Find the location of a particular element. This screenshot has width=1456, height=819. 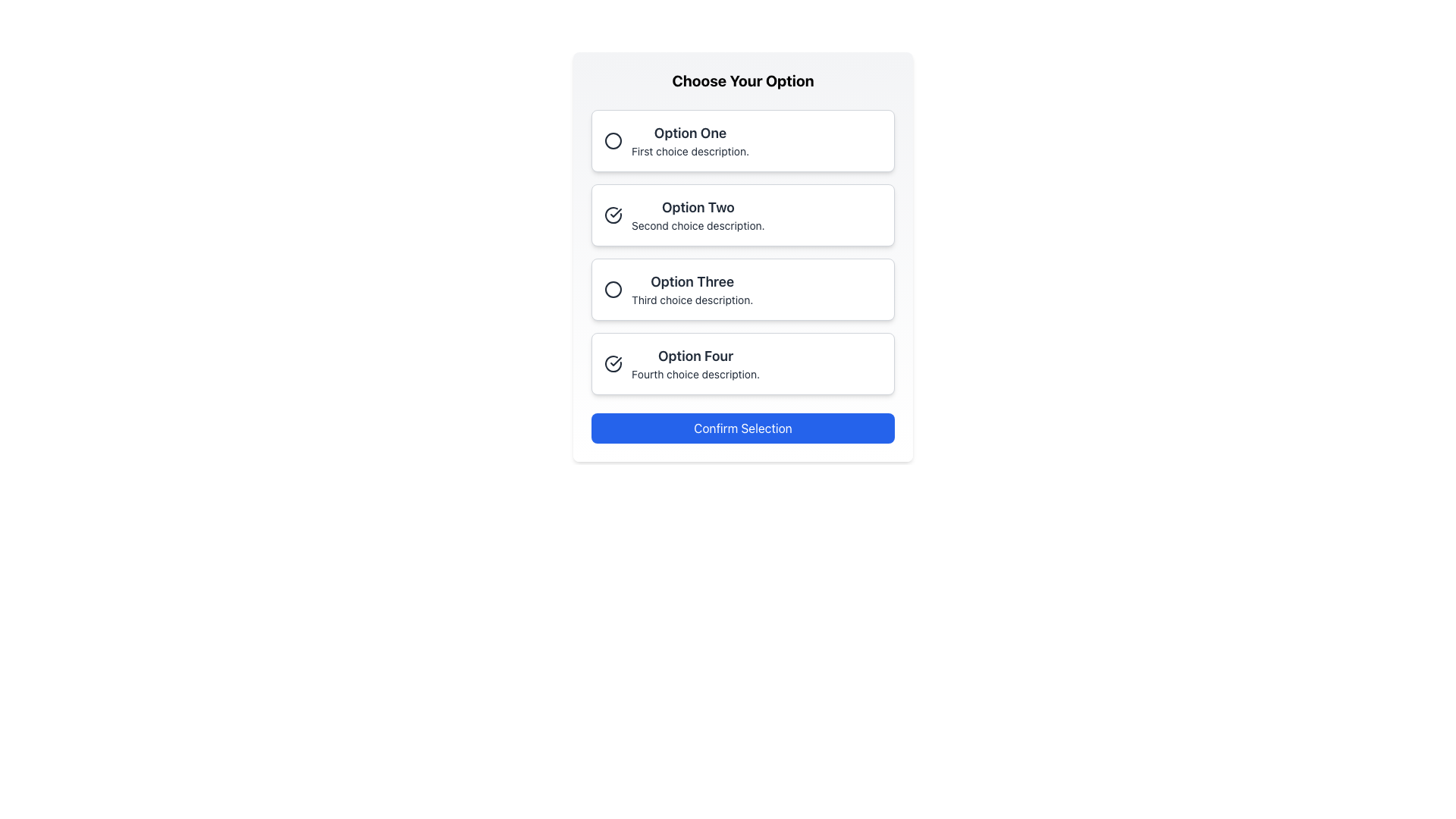

the visual cue icon indicating selection or validation located inside the second option's selection box next to the text labeled 'Option Two' is located at coordinates (616, 213).